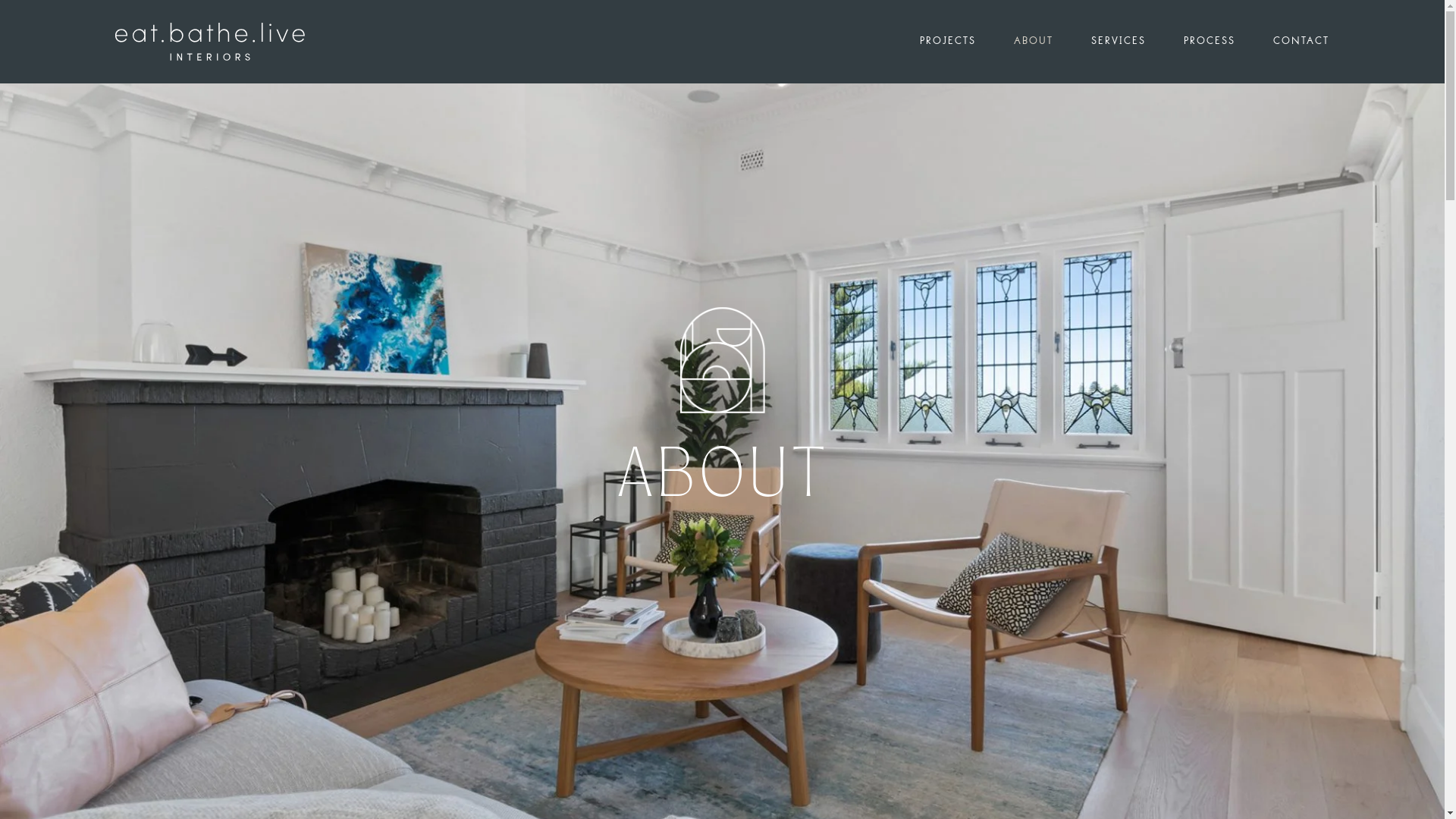  I want to click on 'ABOUT', so click(1051, 40).